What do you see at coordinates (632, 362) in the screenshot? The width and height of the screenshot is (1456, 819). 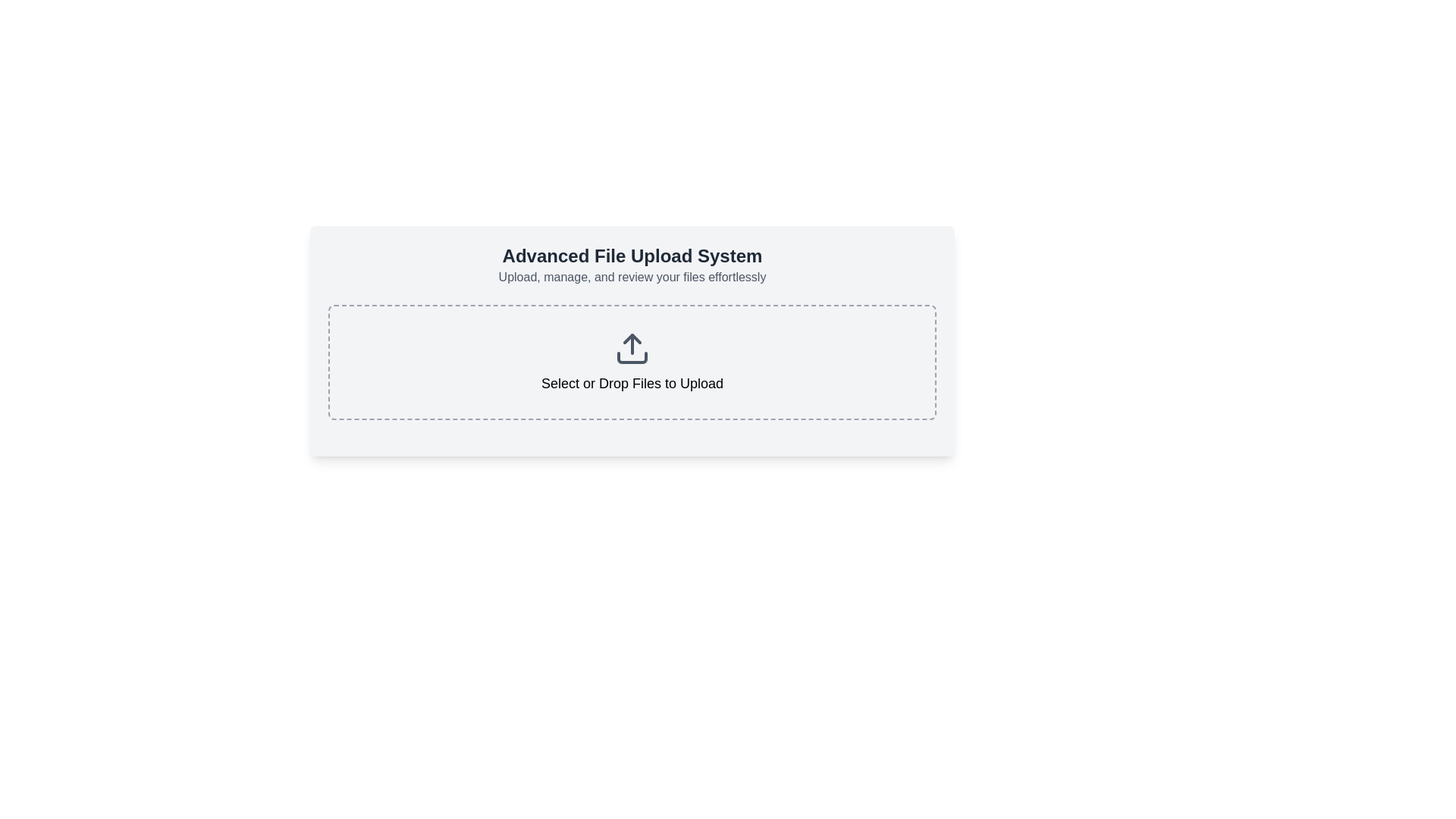 I see `the Interactive file upload box located under the 'Advanced File Upload System' heading` at bounding box center [632, 362].